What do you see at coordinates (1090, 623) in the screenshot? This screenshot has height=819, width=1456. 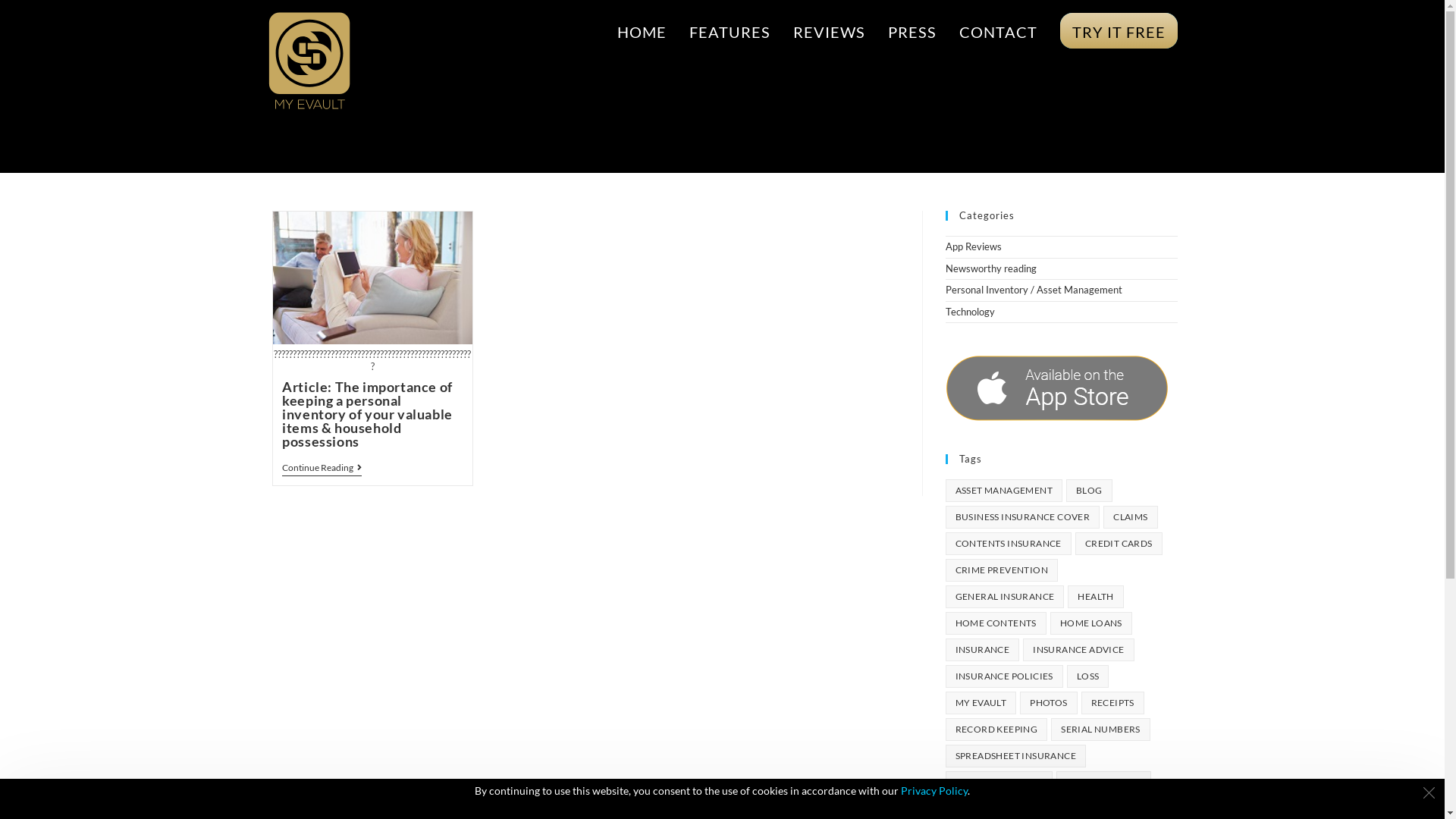 I see `'HOME LOANS'` at bounding box center [1090, 623].